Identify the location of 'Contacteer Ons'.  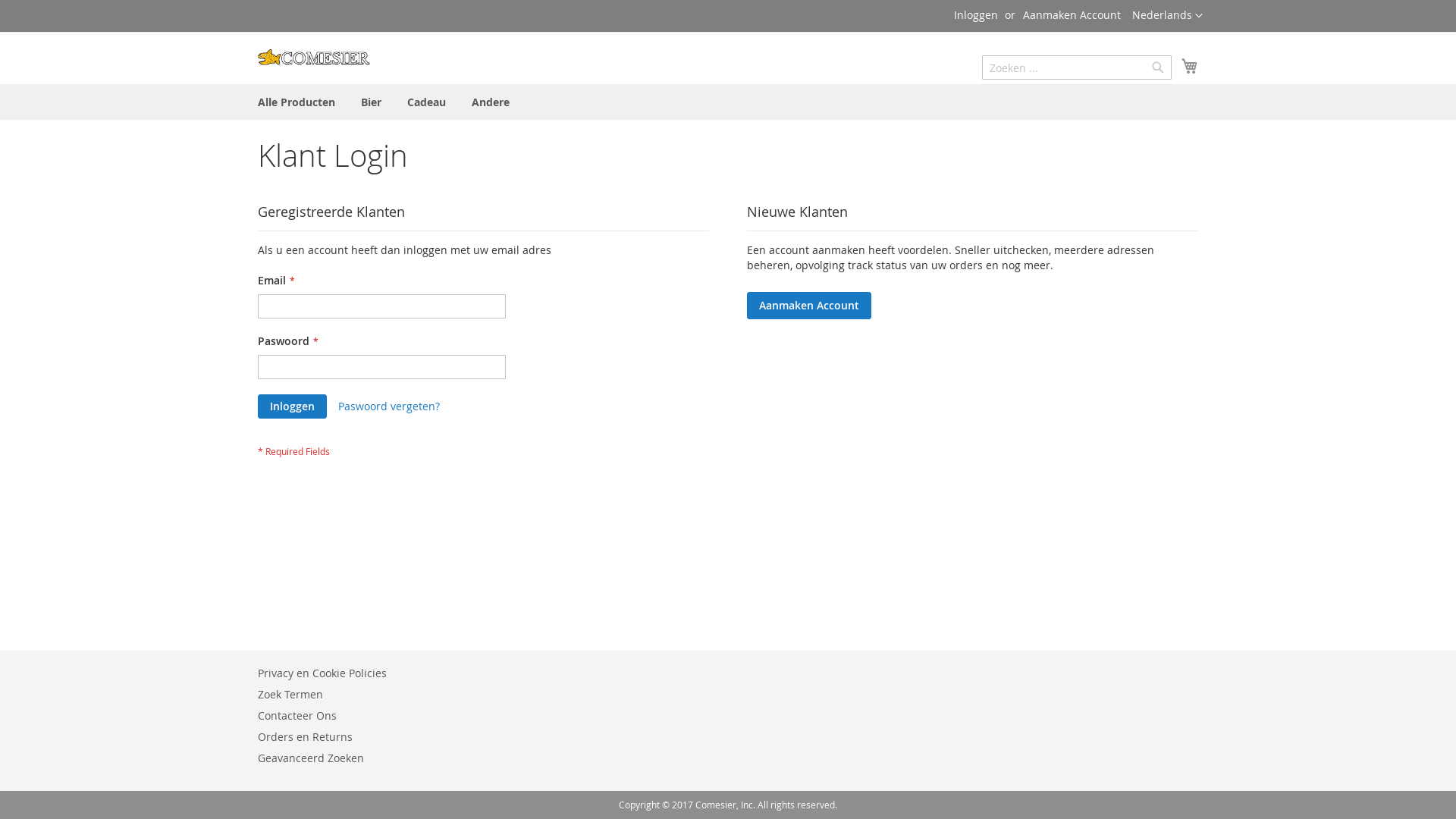
(297, 715).